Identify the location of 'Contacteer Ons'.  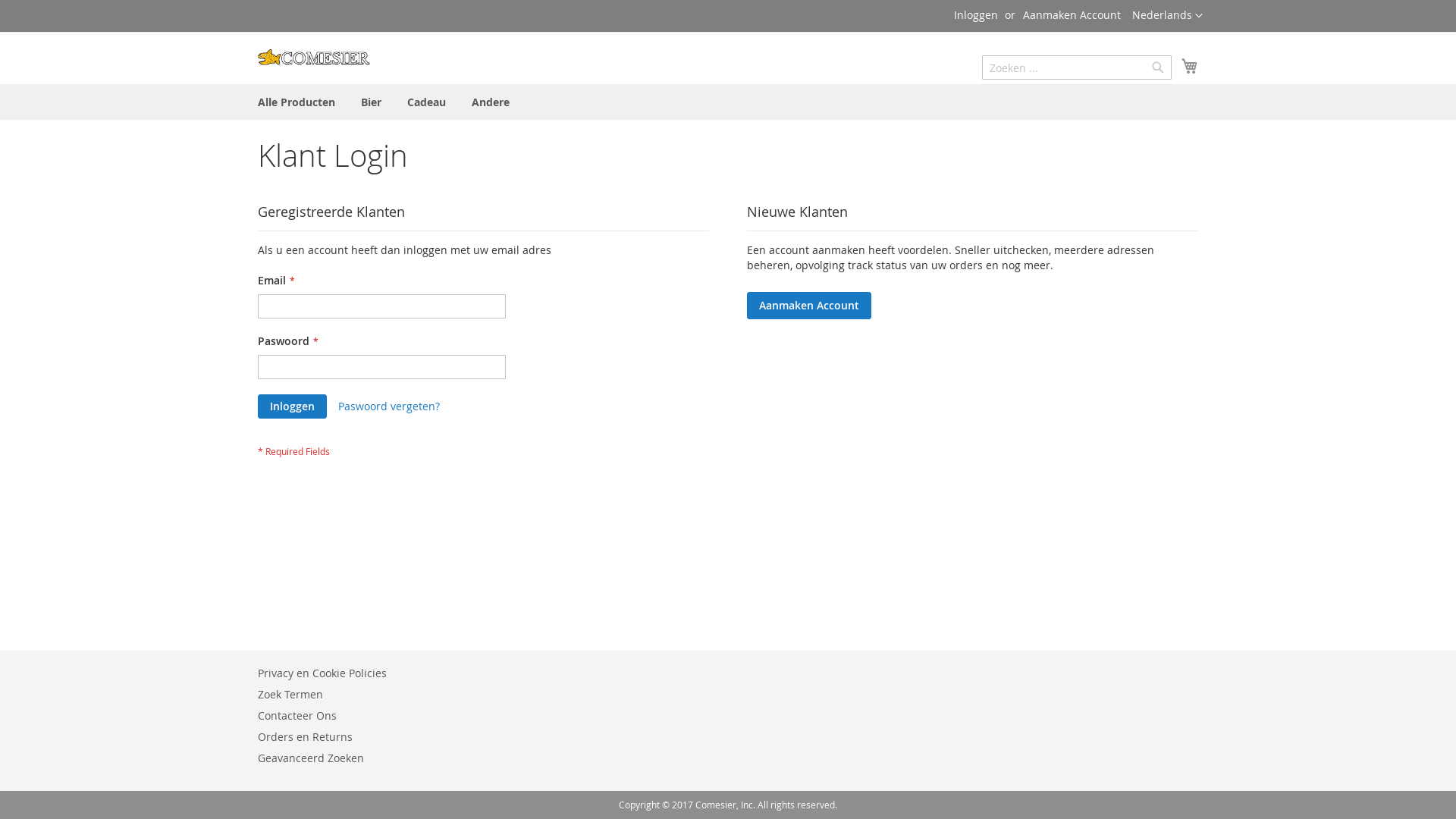
(297, 715).